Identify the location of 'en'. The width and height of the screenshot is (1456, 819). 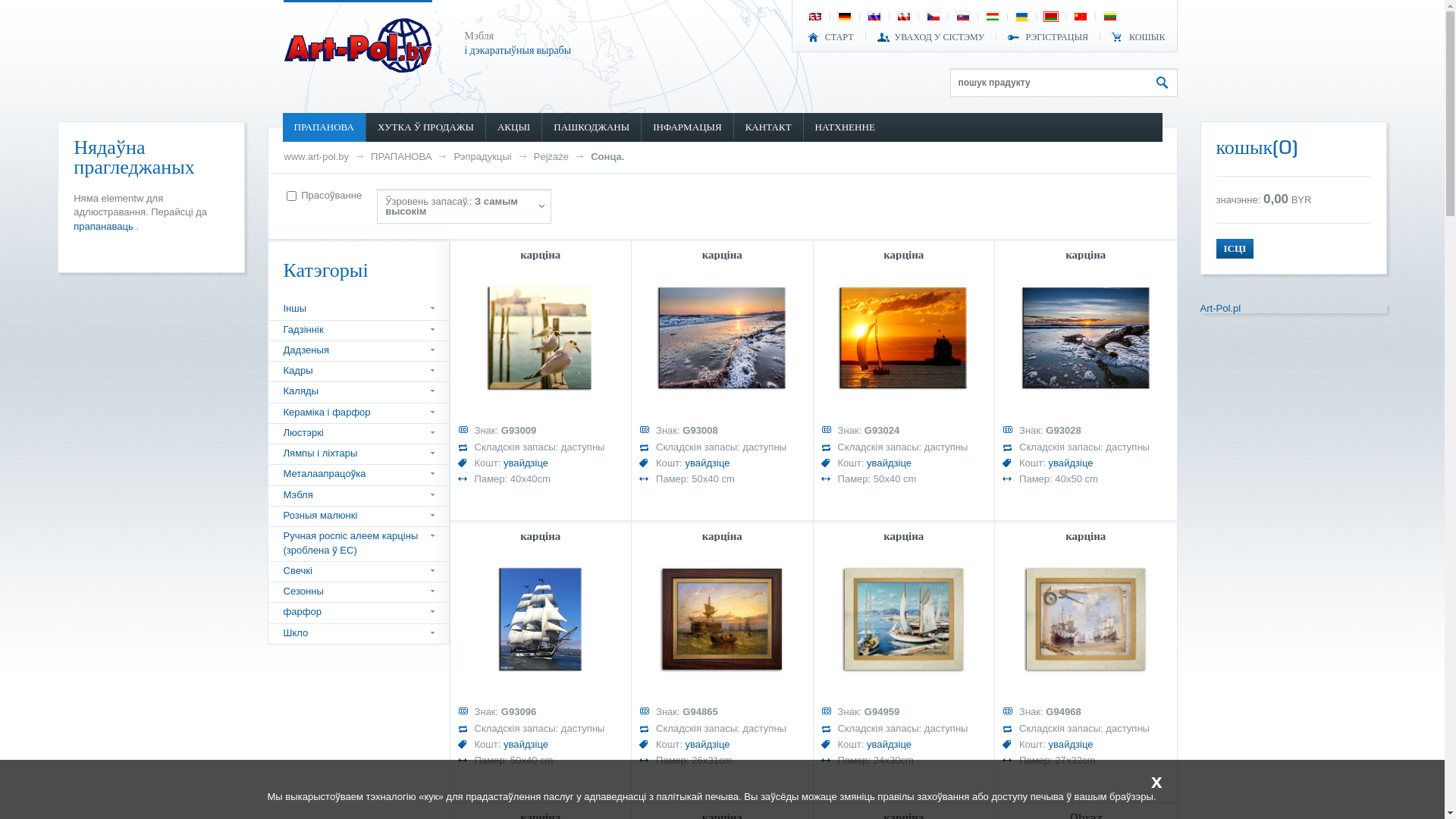
(808, 17).